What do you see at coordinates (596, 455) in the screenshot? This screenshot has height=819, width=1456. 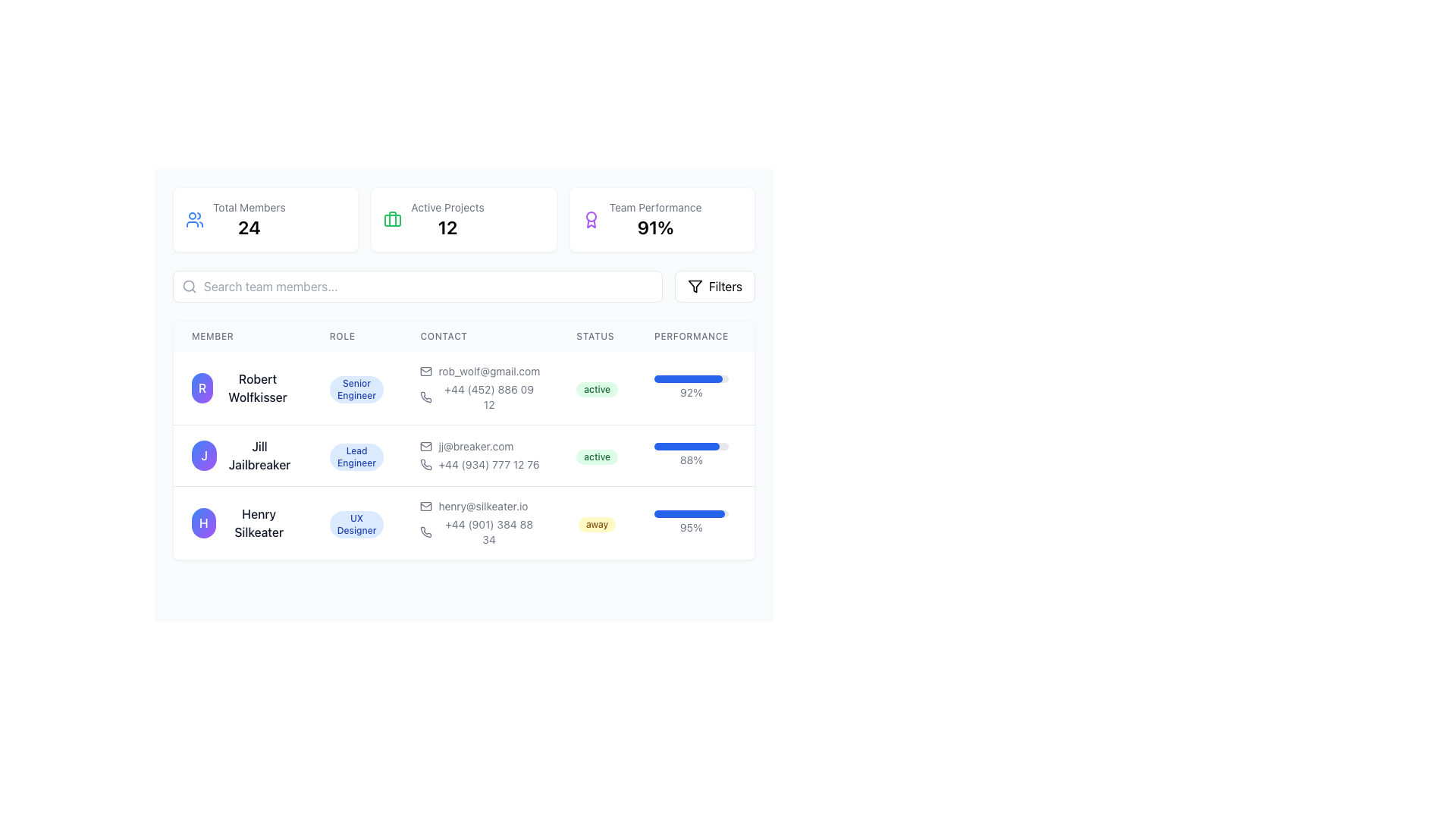 I see `status text from the green 'active' Status Tag located in the Status column of the second row in the table` at bounding box center [596, 455].